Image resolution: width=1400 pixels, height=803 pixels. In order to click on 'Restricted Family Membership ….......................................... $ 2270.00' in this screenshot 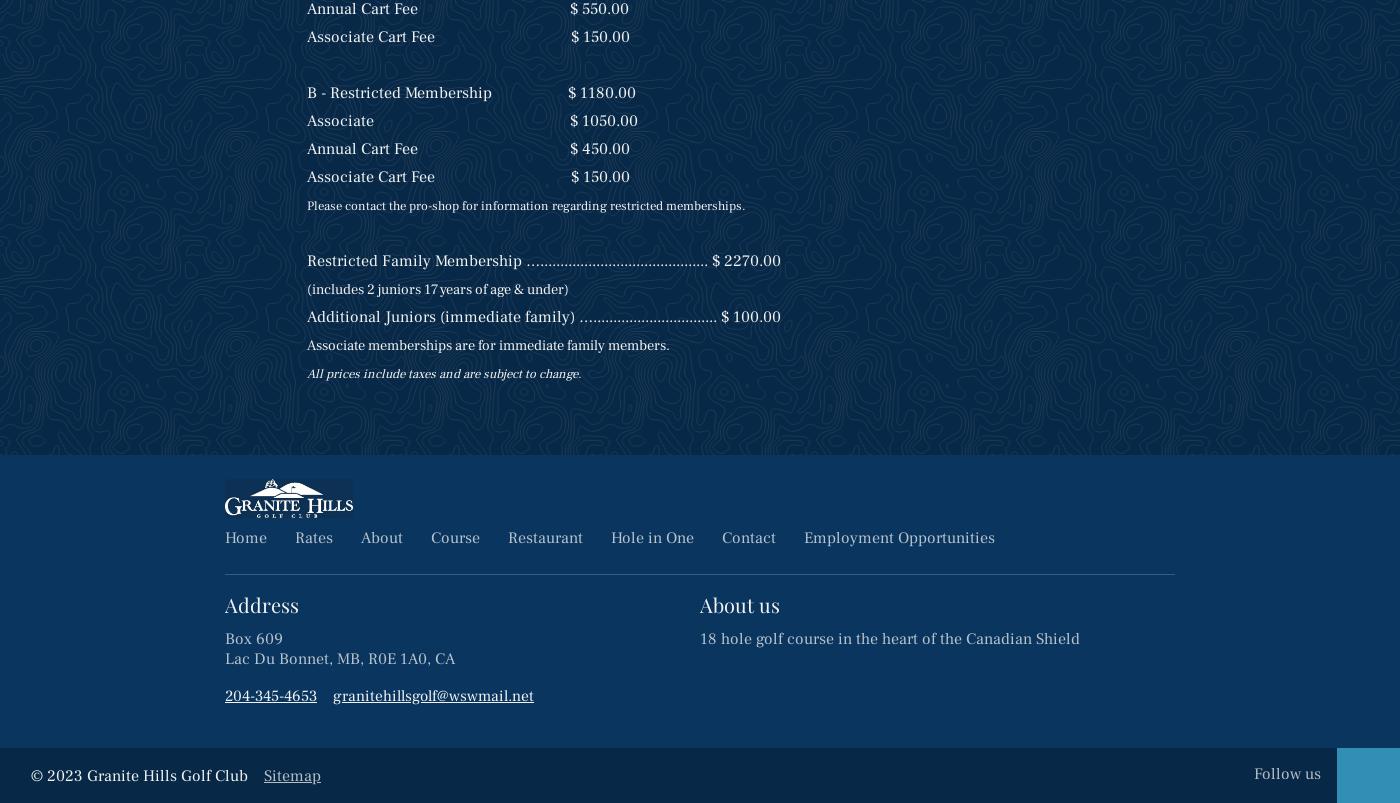, I will do `click(306, 259)`.